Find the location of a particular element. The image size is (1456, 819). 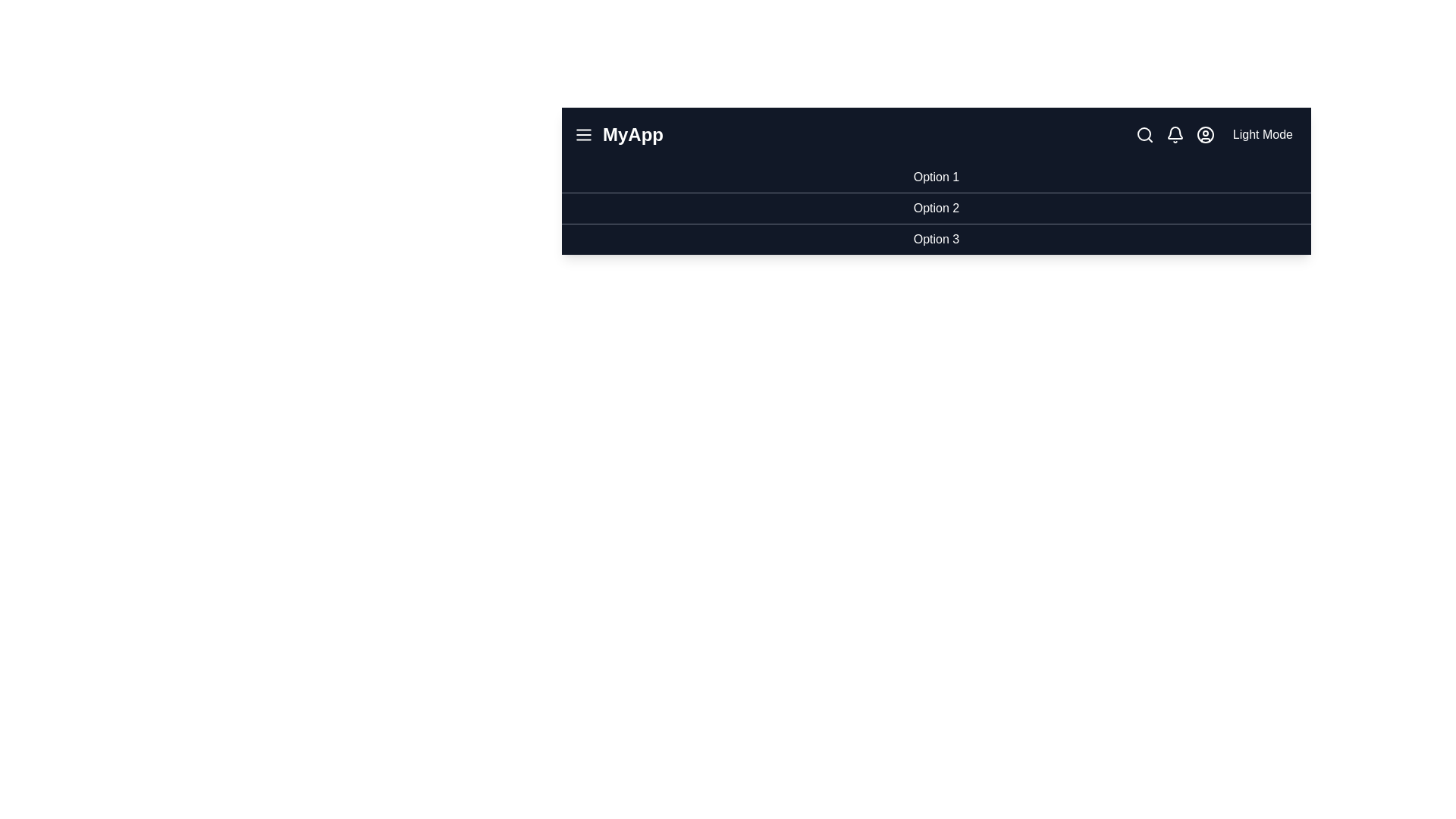

the mode toggle button to switch between light and dark modes is located at coordinates (1263, 133).